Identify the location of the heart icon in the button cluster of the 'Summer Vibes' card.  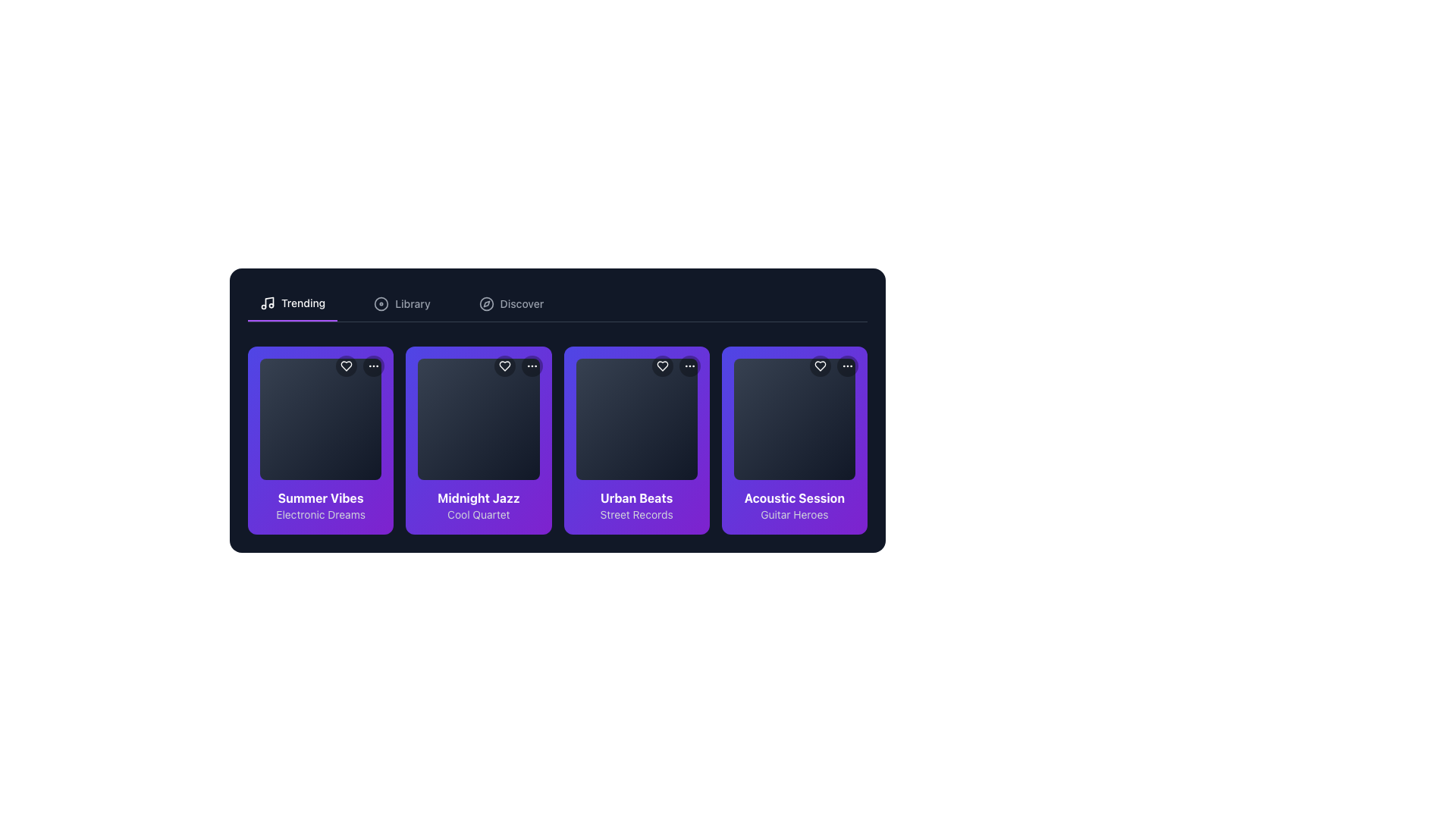
(359, 366).